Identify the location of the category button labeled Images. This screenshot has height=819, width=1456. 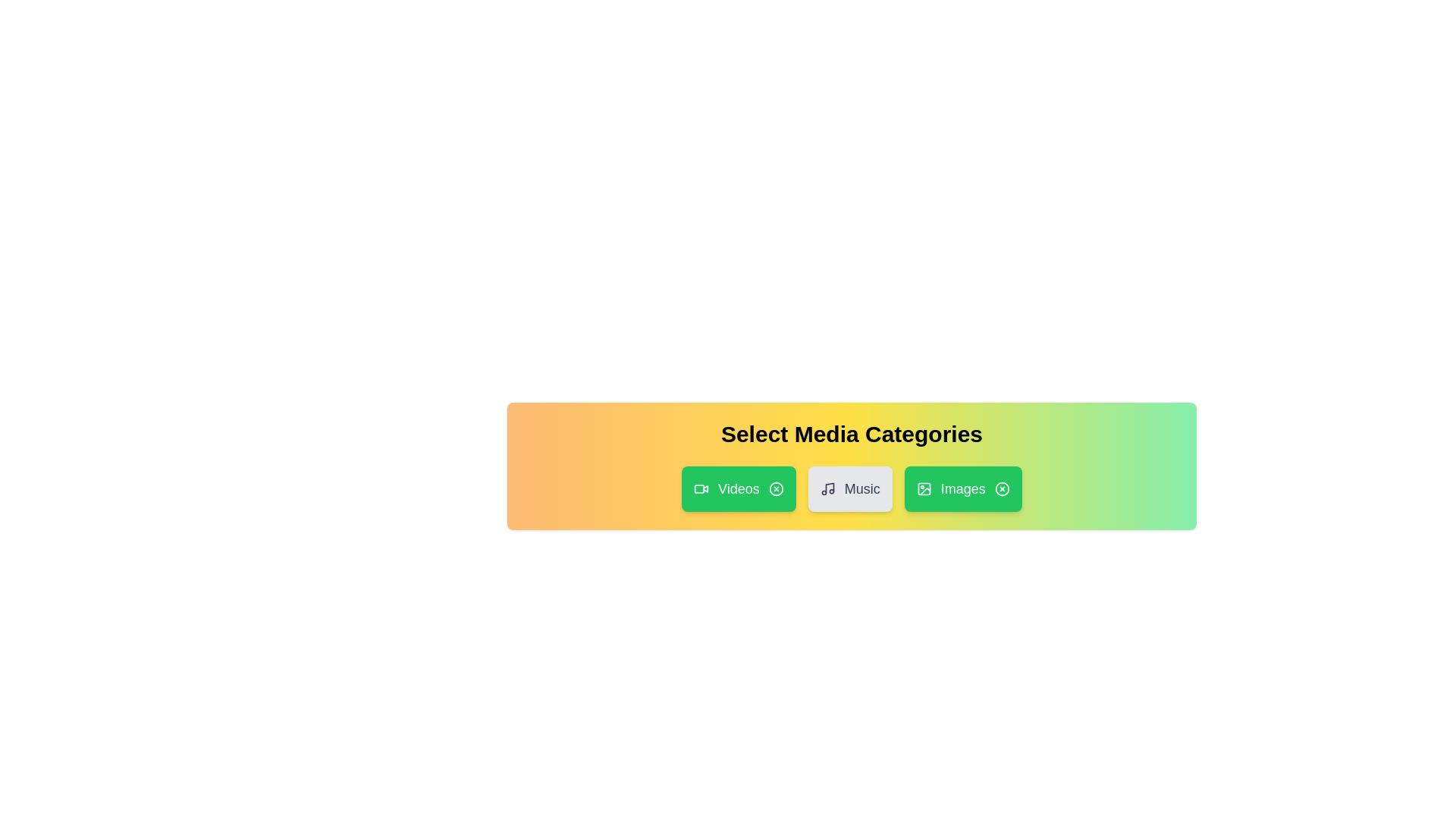
(962, 488).